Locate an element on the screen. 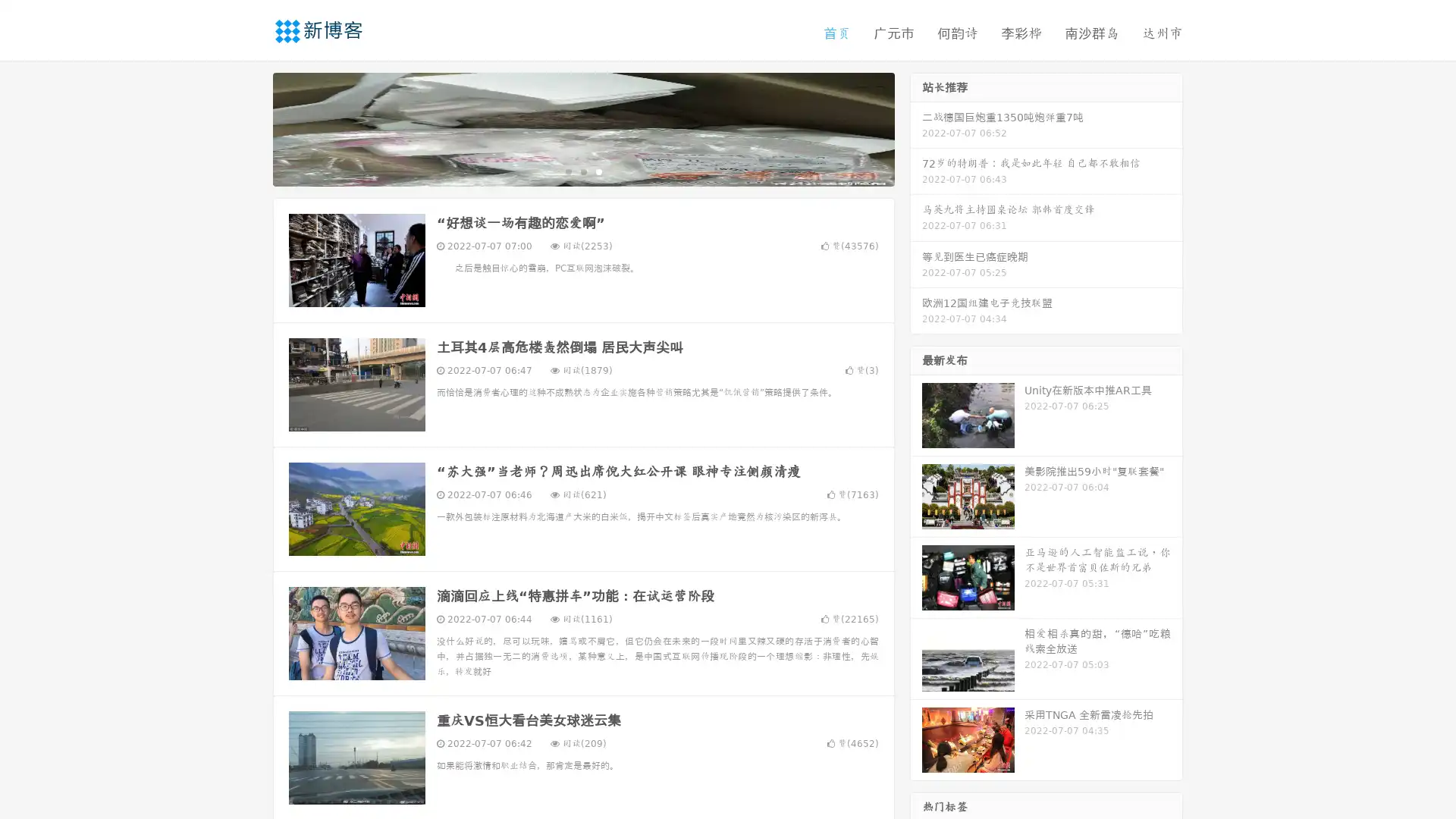 The width and height of the screenshot is (1456, 819). Previous slide is located at coordinates (250, 127).